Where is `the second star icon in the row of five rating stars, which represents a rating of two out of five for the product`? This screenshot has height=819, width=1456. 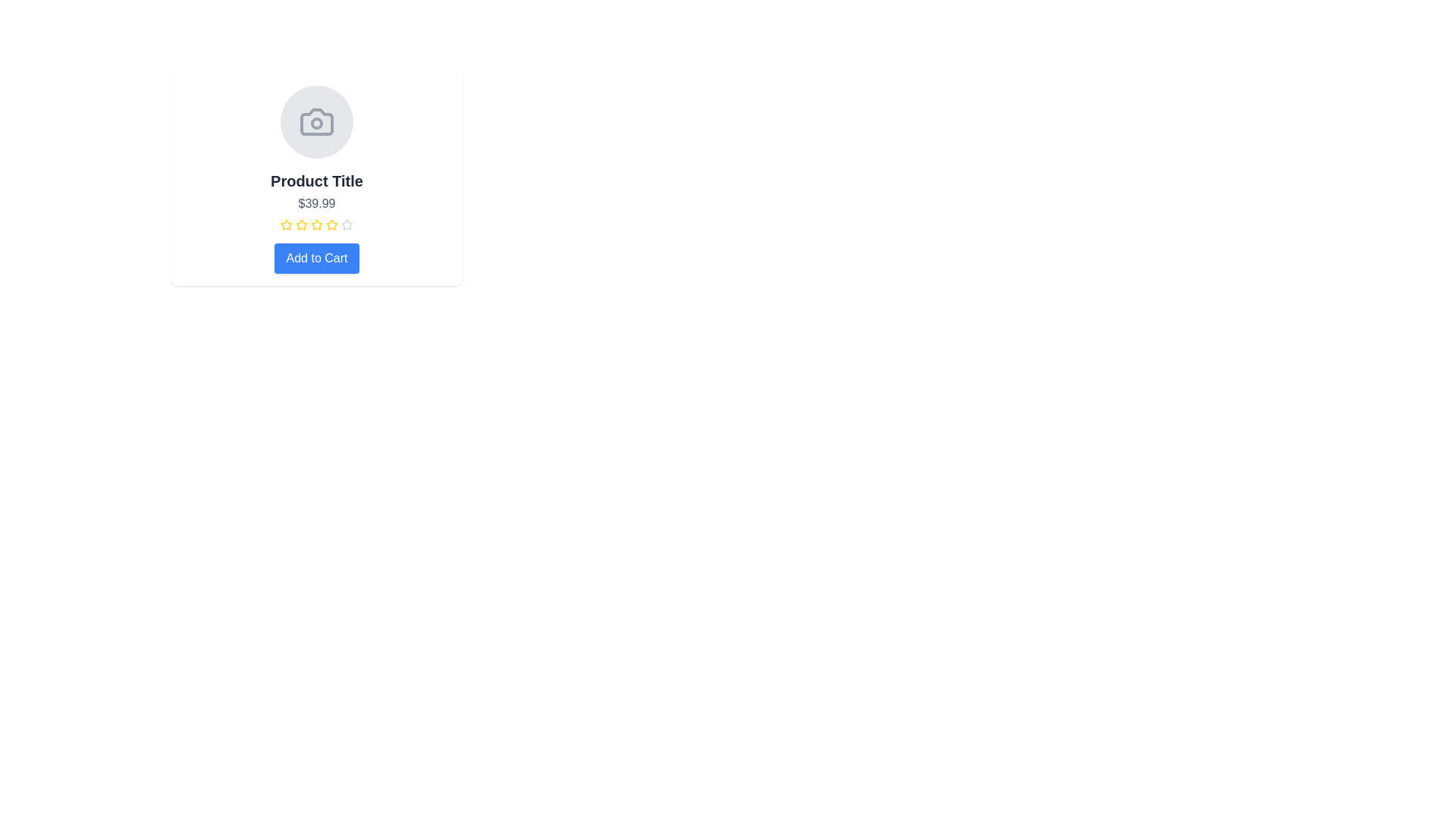 the second star icon in the row of five rating stars, which represents a rating of two out of five for the product is located at coordinates (287, 224).